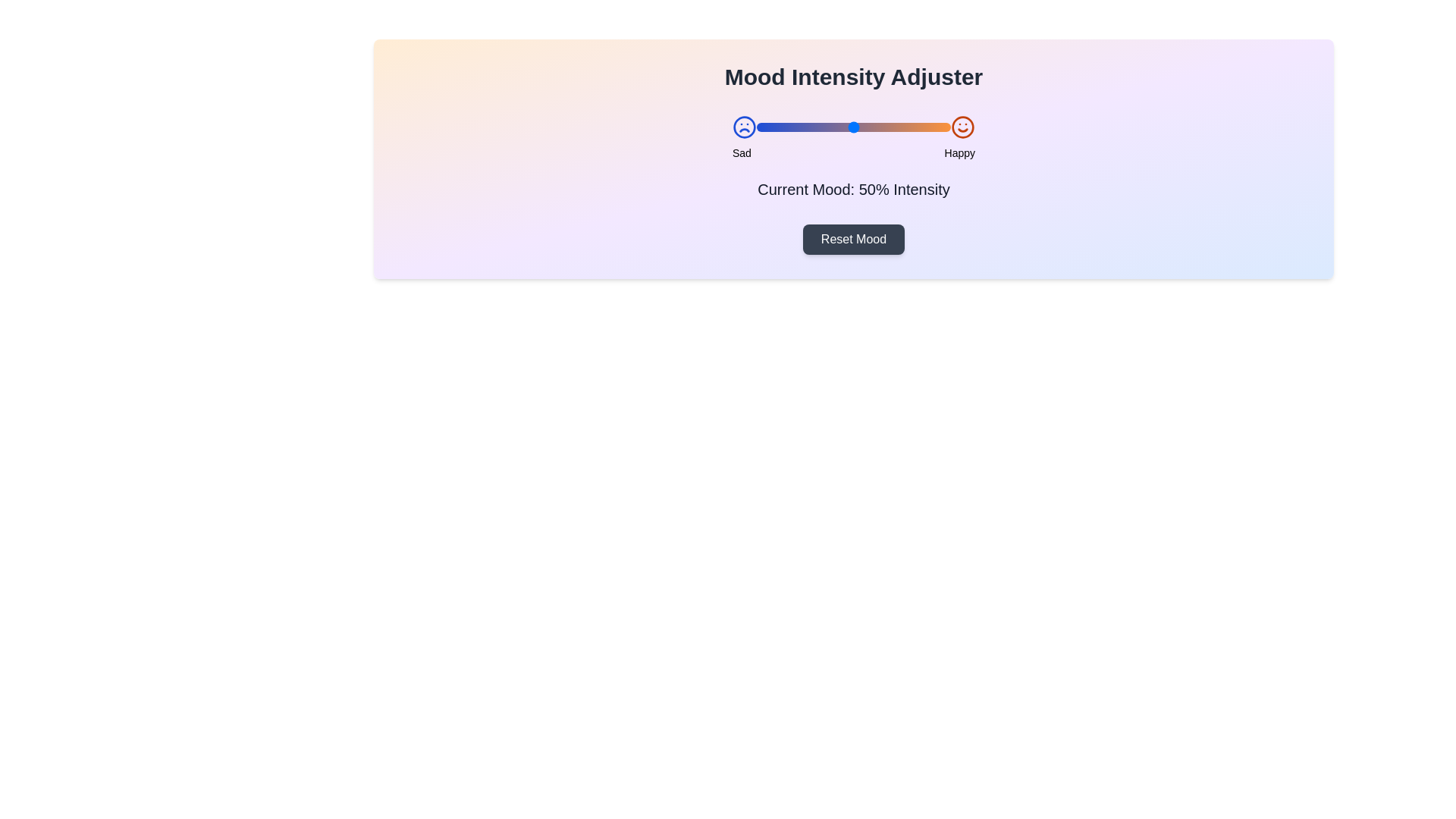  I want to click on the mood slider to 60% intensity, so click(873, 127).